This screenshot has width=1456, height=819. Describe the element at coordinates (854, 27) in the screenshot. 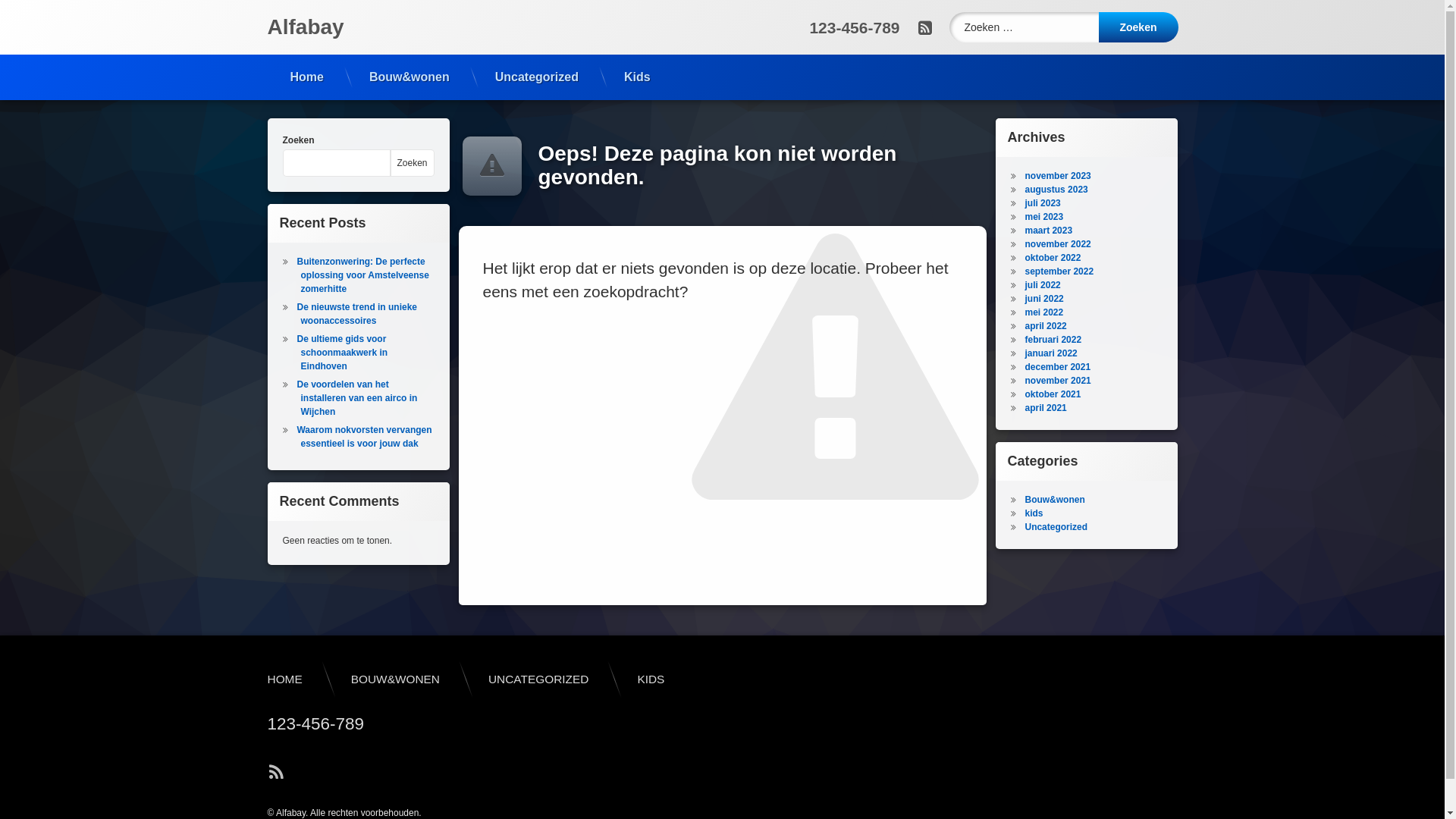

I see `'Tel:` at that location.